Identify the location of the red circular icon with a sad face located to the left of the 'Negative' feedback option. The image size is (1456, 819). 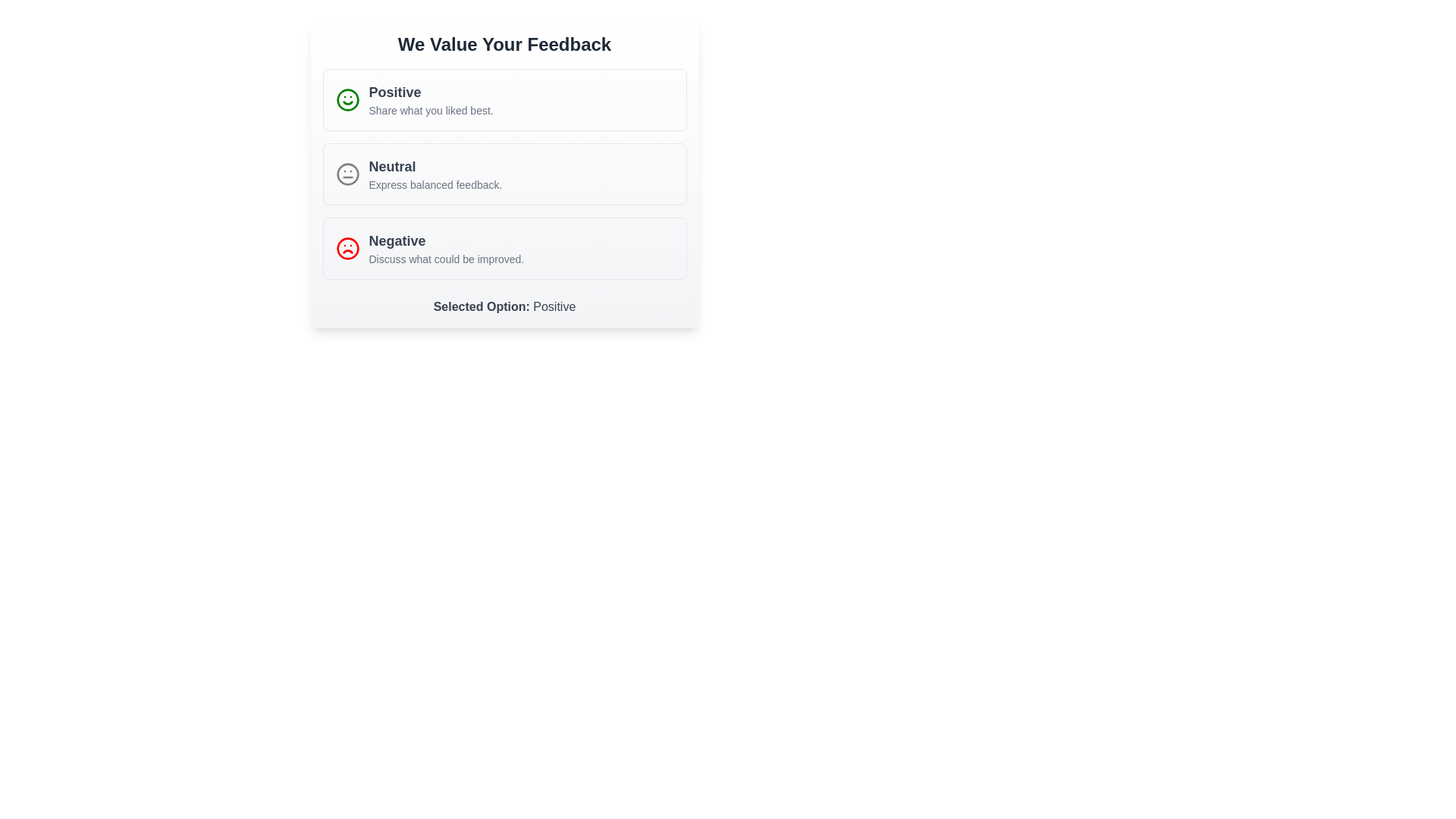
(347, 247).